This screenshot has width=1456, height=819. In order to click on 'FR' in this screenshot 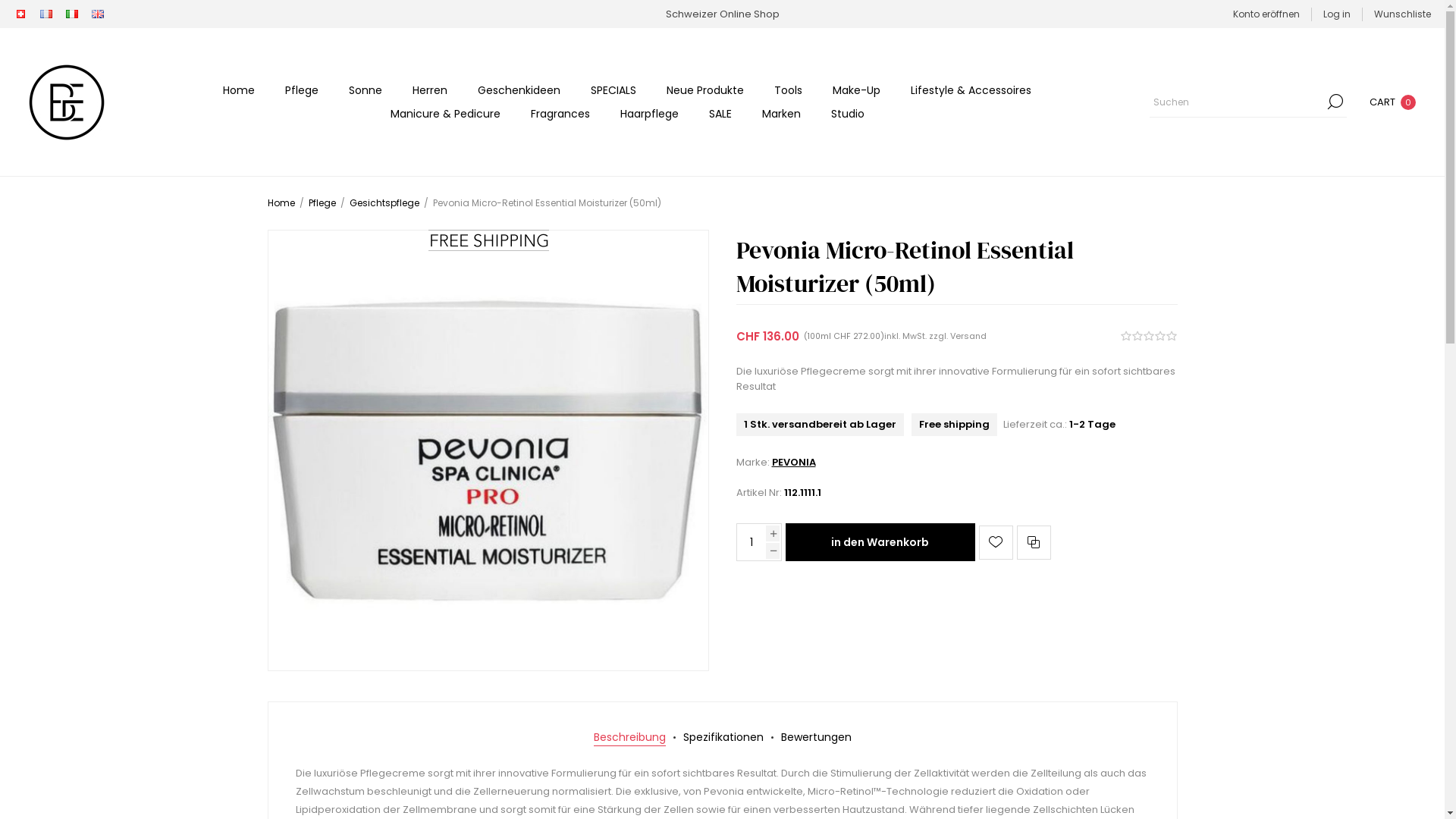, I will do `click(33, 14)`.